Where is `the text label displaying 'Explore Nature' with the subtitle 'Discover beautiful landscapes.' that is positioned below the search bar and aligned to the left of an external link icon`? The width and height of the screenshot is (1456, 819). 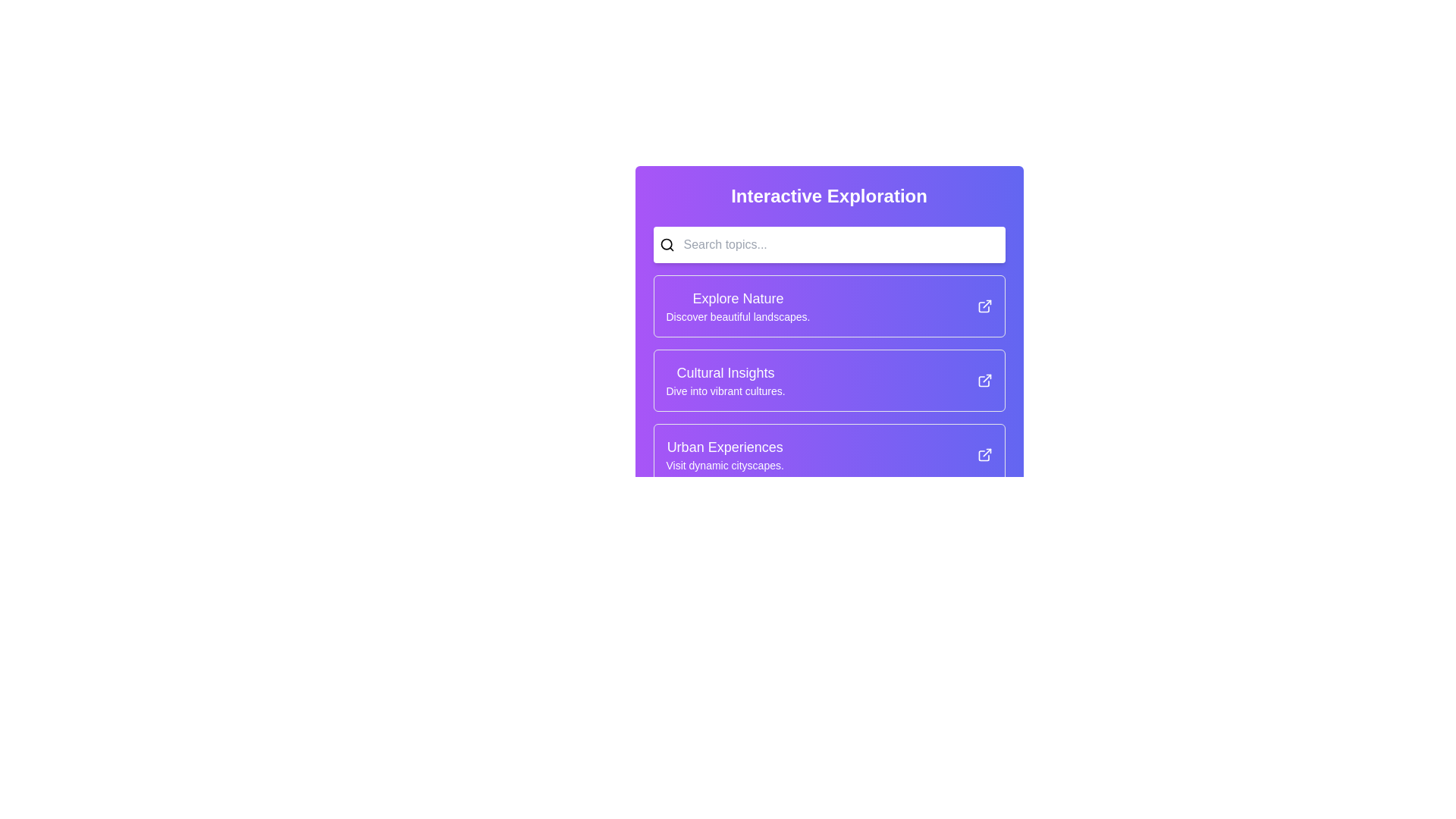
the text label displaying 'Explore Nature' with the subtitle 'Discover beautiful landscapes.' that is positioned below the search bar and aligned to the left of an external link icon is located at coordinates (738, 306).